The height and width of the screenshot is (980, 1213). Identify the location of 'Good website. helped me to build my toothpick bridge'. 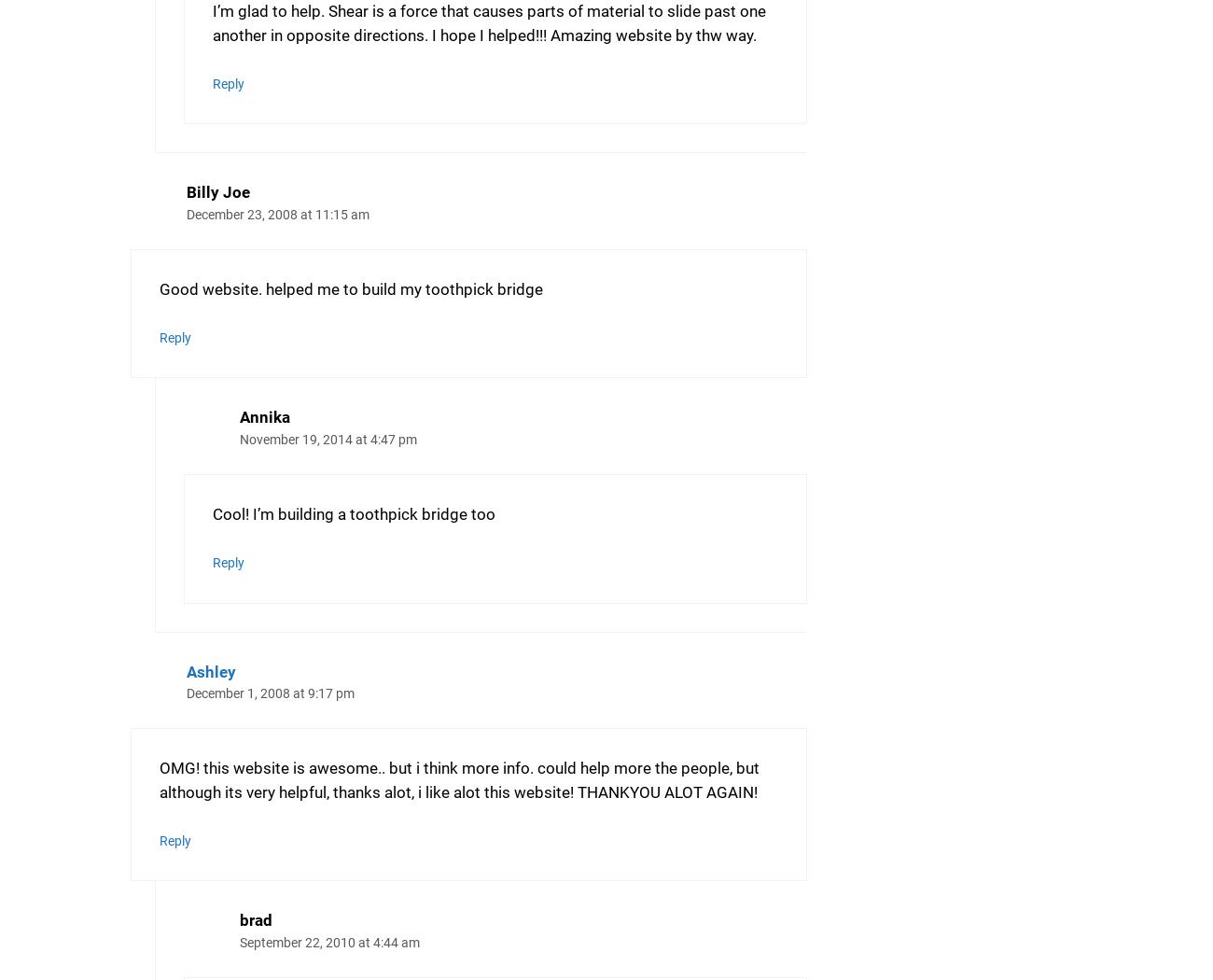
(350, 288).